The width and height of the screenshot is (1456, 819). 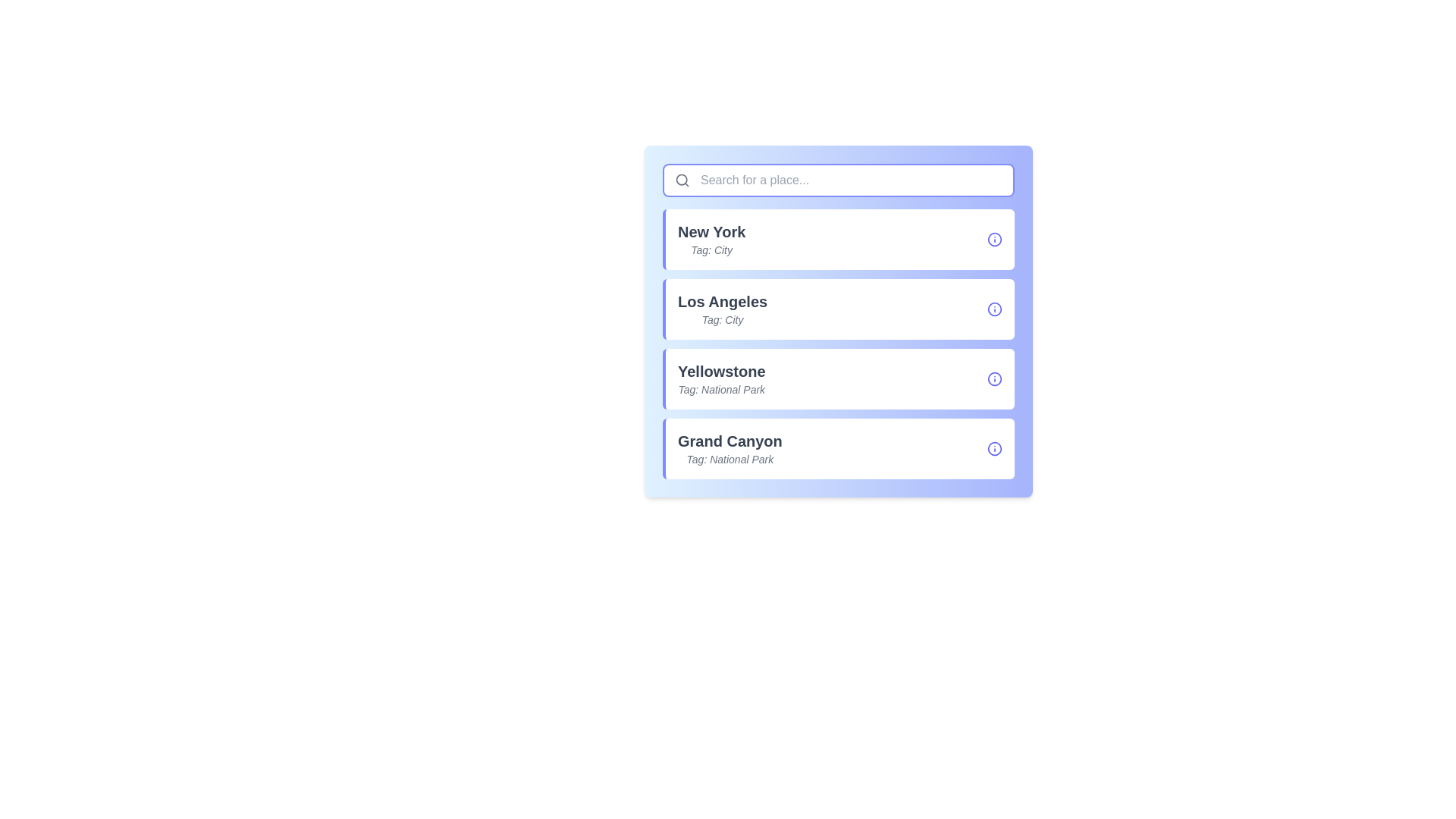 I want to click on the information indicator icon located at the right end of the list item labeled 'Yellowstone', which provides additional details about it, so click(x=994, y=378).